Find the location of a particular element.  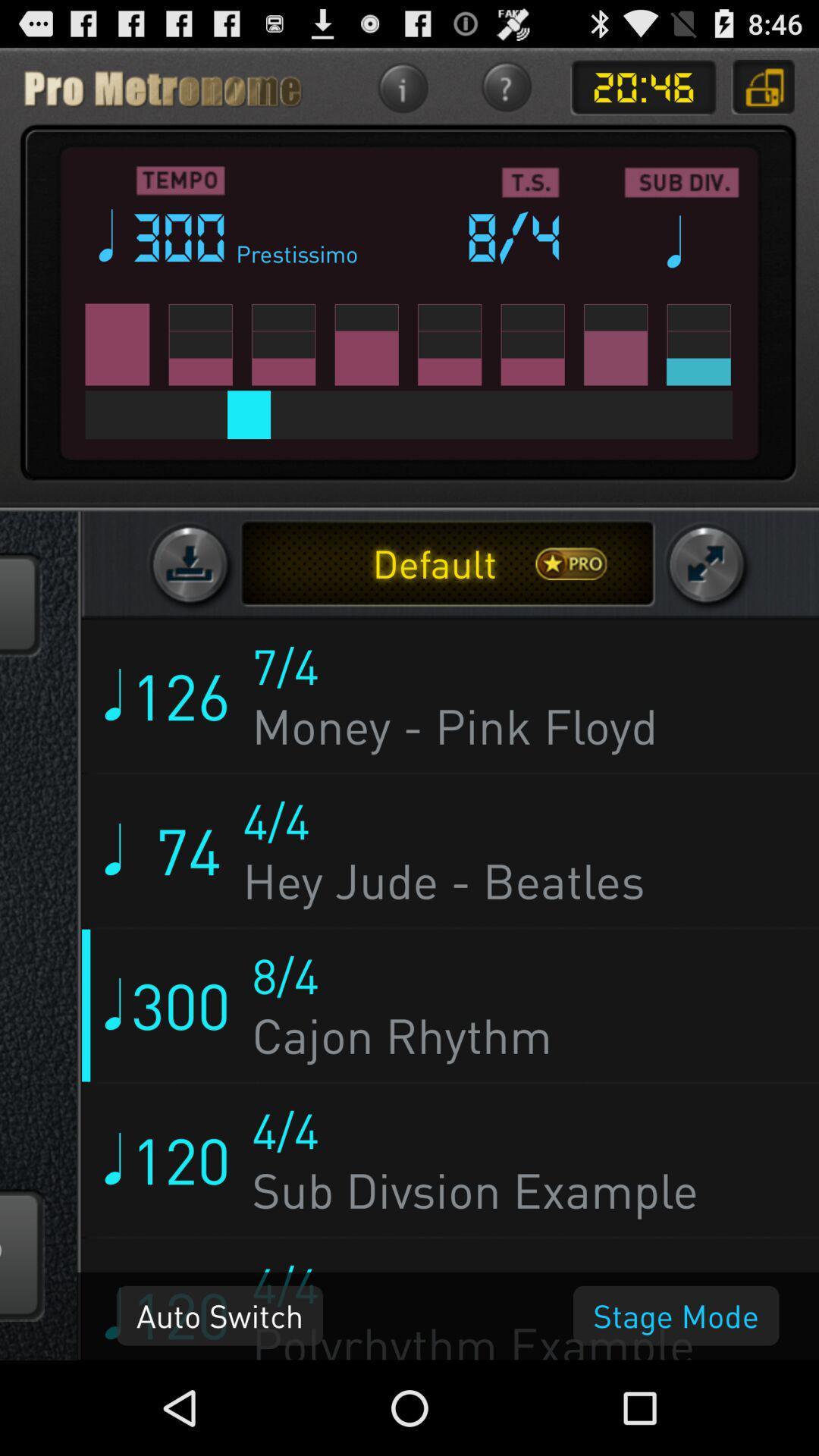

the text below the button tempo on the web page is located at coordinates (181, 236).